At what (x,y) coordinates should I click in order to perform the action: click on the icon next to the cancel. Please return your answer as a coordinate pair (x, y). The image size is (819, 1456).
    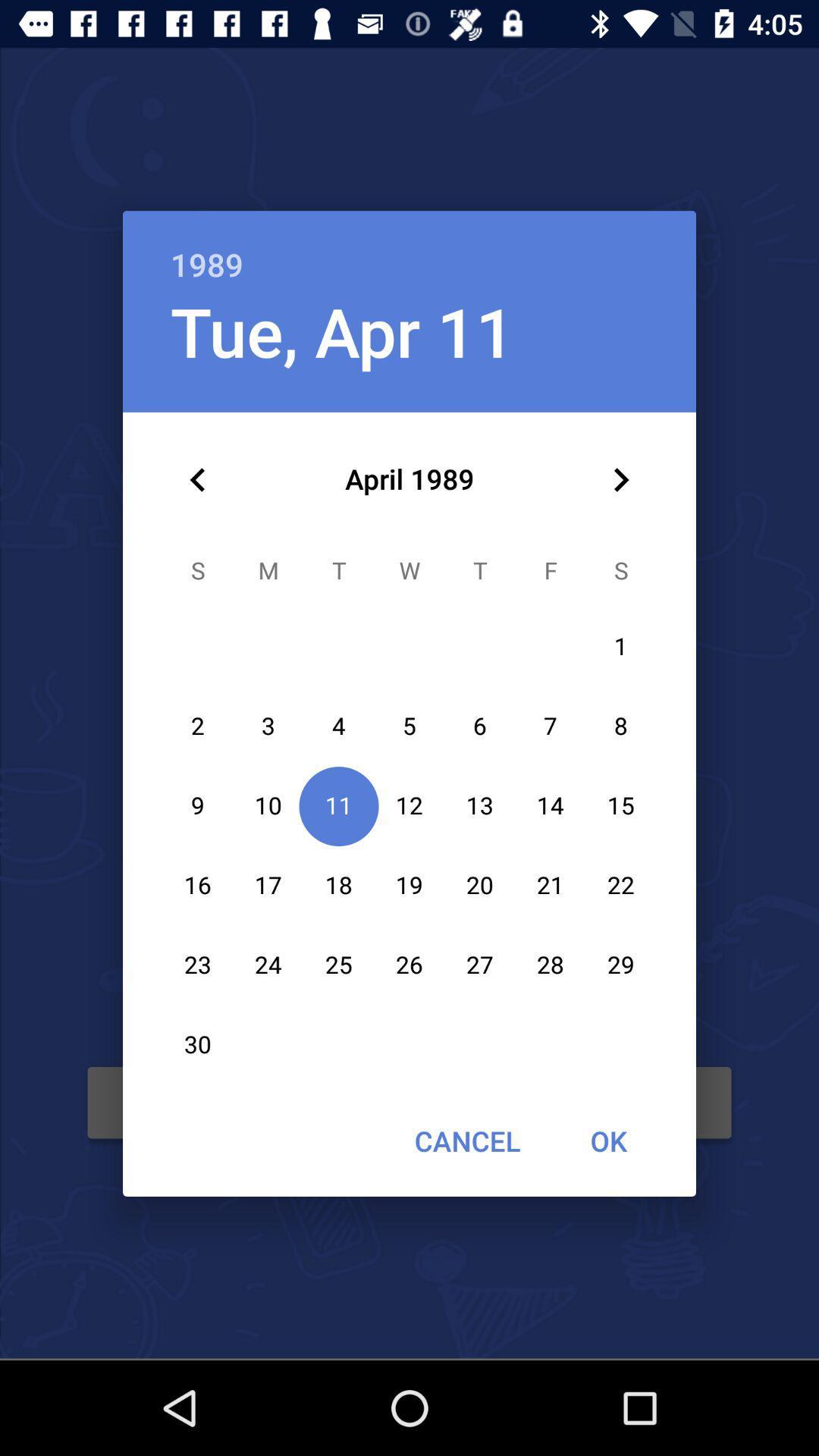
    Looking at the image, I should click on (607, 1141).